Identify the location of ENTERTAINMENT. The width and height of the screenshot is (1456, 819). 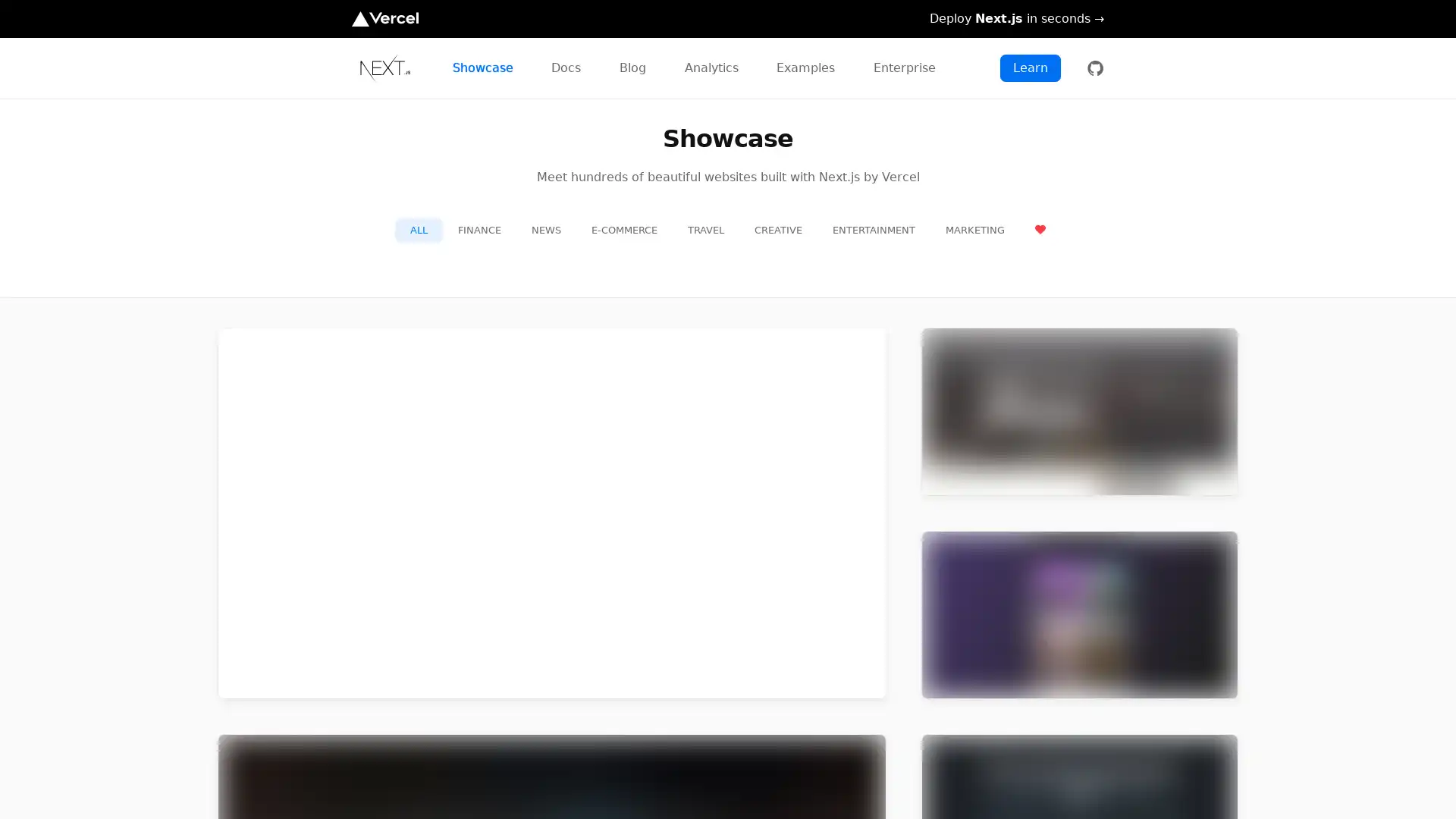
(874, 230).